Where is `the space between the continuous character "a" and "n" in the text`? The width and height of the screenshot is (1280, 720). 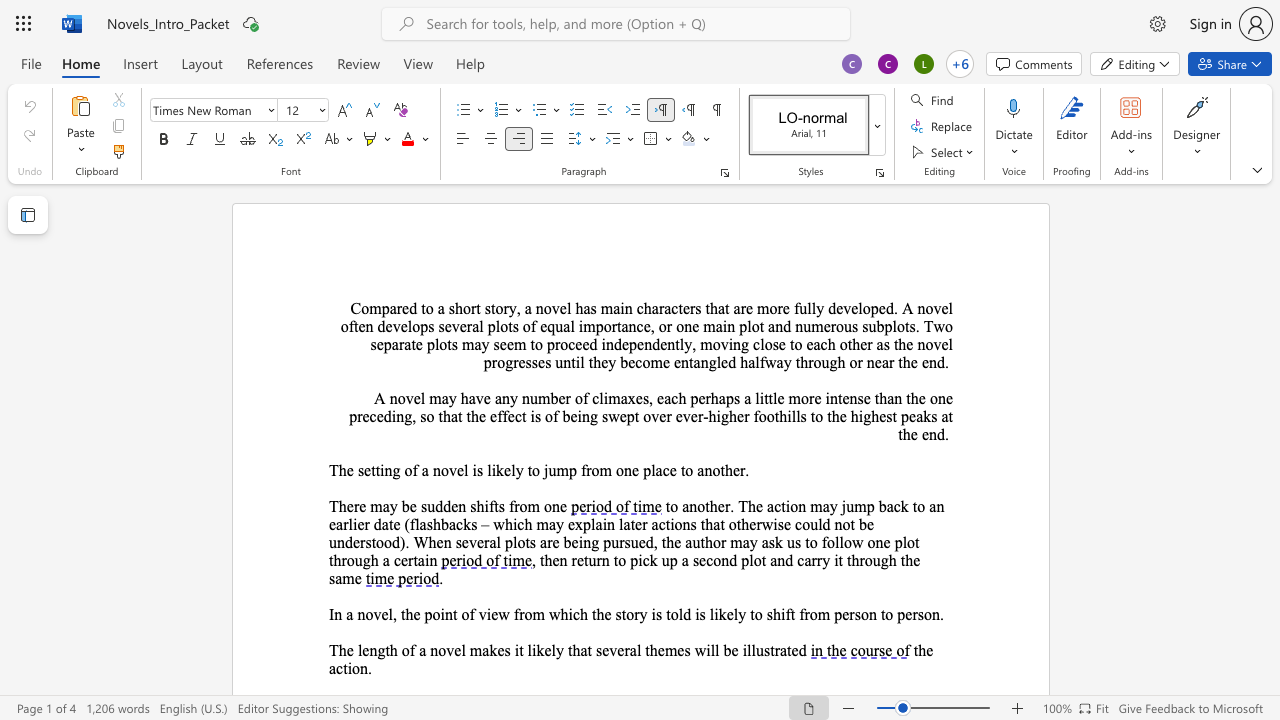
the space between the continuous character "a" and "n" in the text is located at coordinates (700, 362).